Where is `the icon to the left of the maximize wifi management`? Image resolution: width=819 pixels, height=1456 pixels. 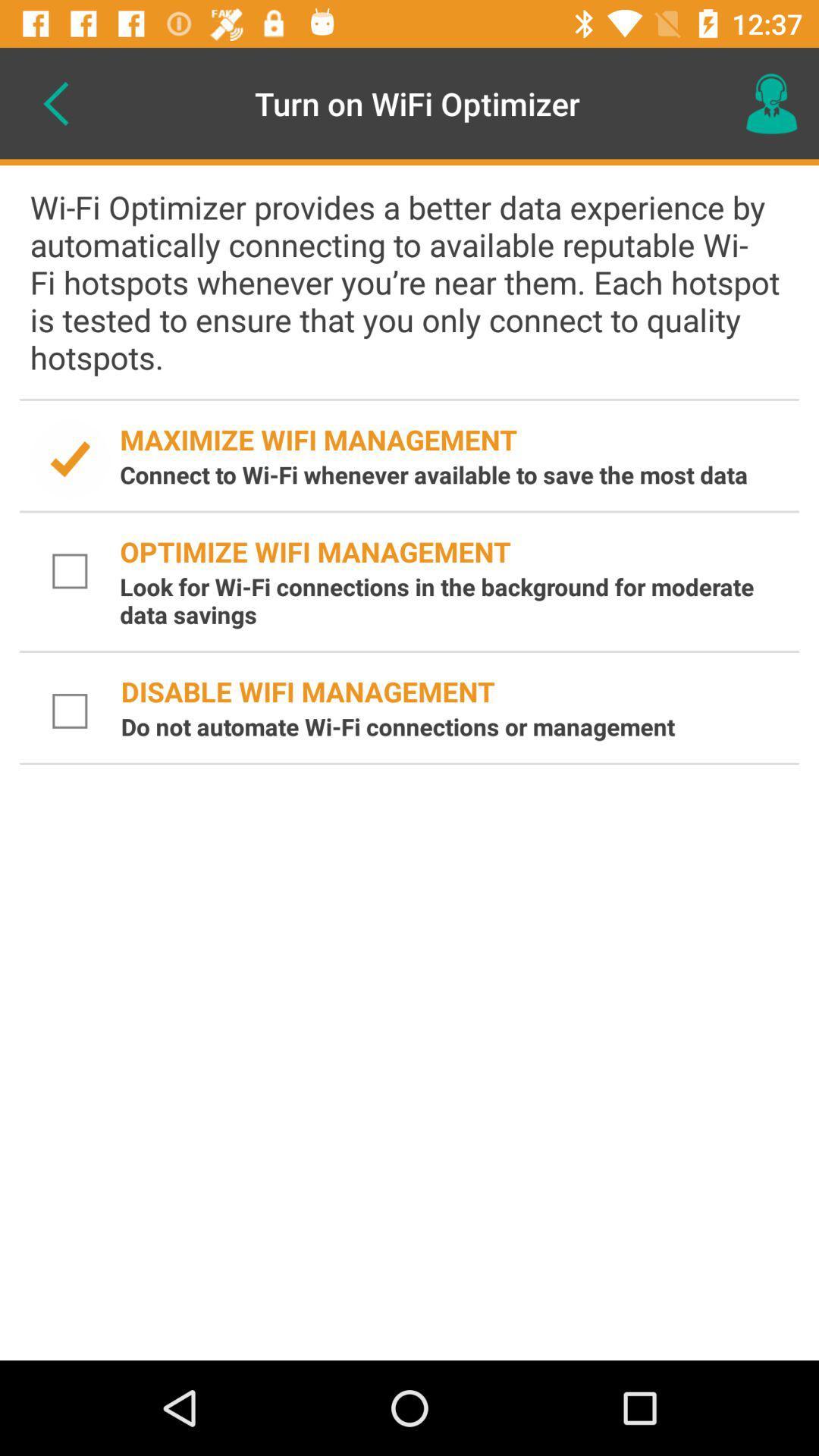 the icon to the left of the maximize wifi management is located at coordinates (70, 458).